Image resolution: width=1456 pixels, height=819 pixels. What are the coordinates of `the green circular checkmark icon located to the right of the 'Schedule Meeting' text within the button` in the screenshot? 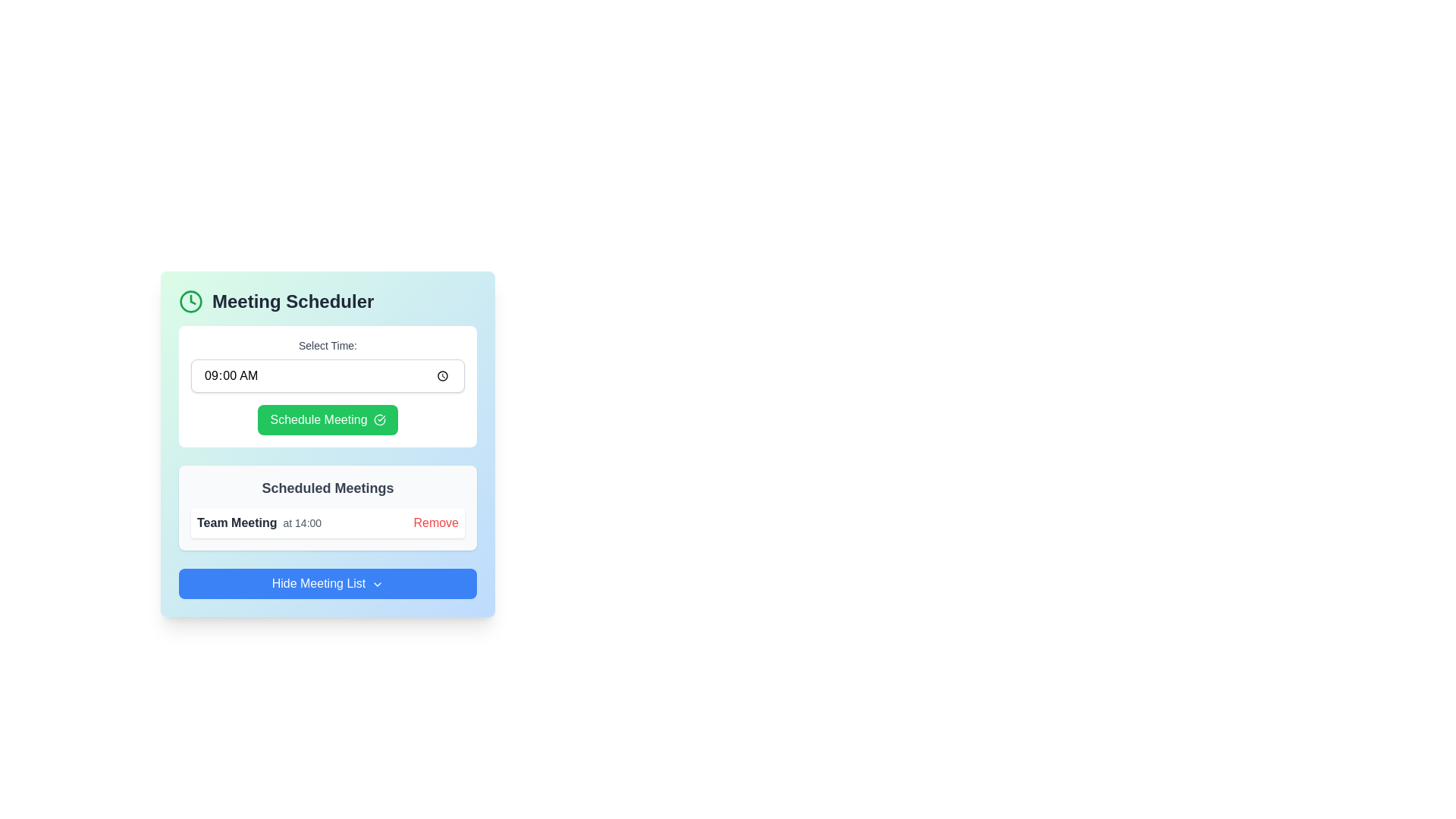 It's located at (379, 420).